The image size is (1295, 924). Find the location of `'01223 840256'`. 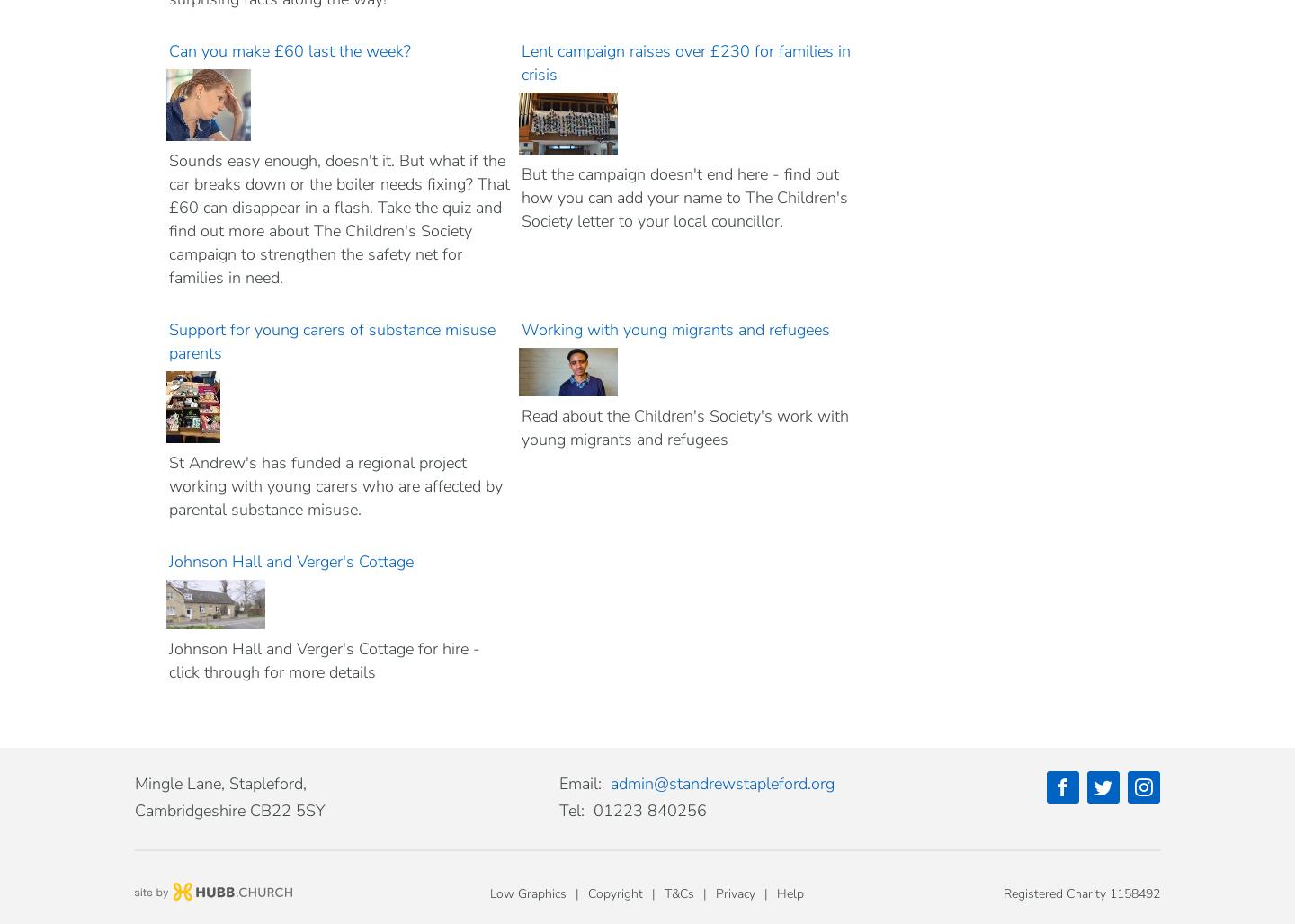

'01223 840256' is located at coordinates (649, 810).